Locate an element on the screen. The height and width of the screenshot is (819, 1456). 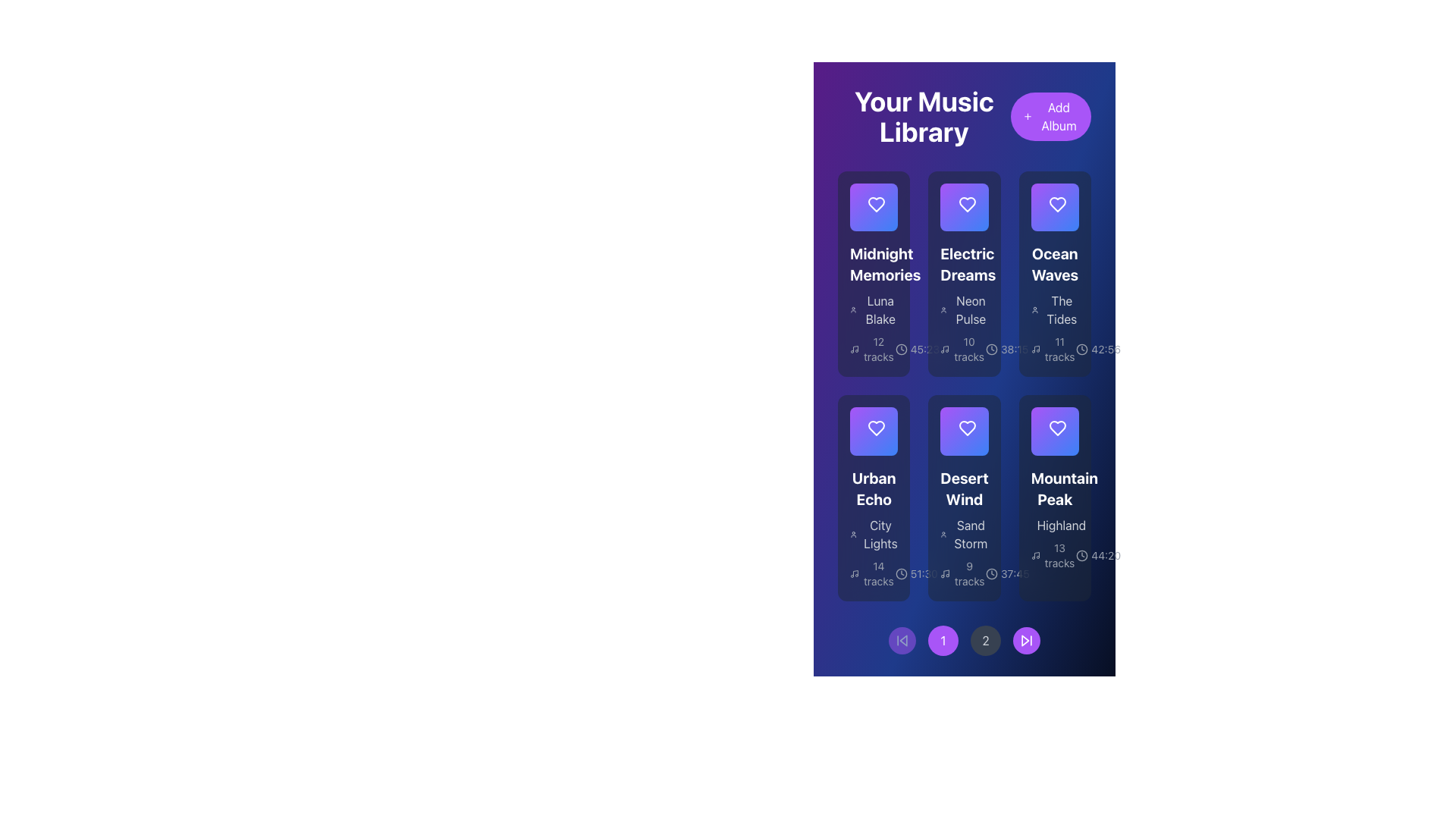
the 'City Lights' text label, which is a light gray label located below the 'Urban Echo' header and above the track information in the music album display card is located at coordinates (874, 533).